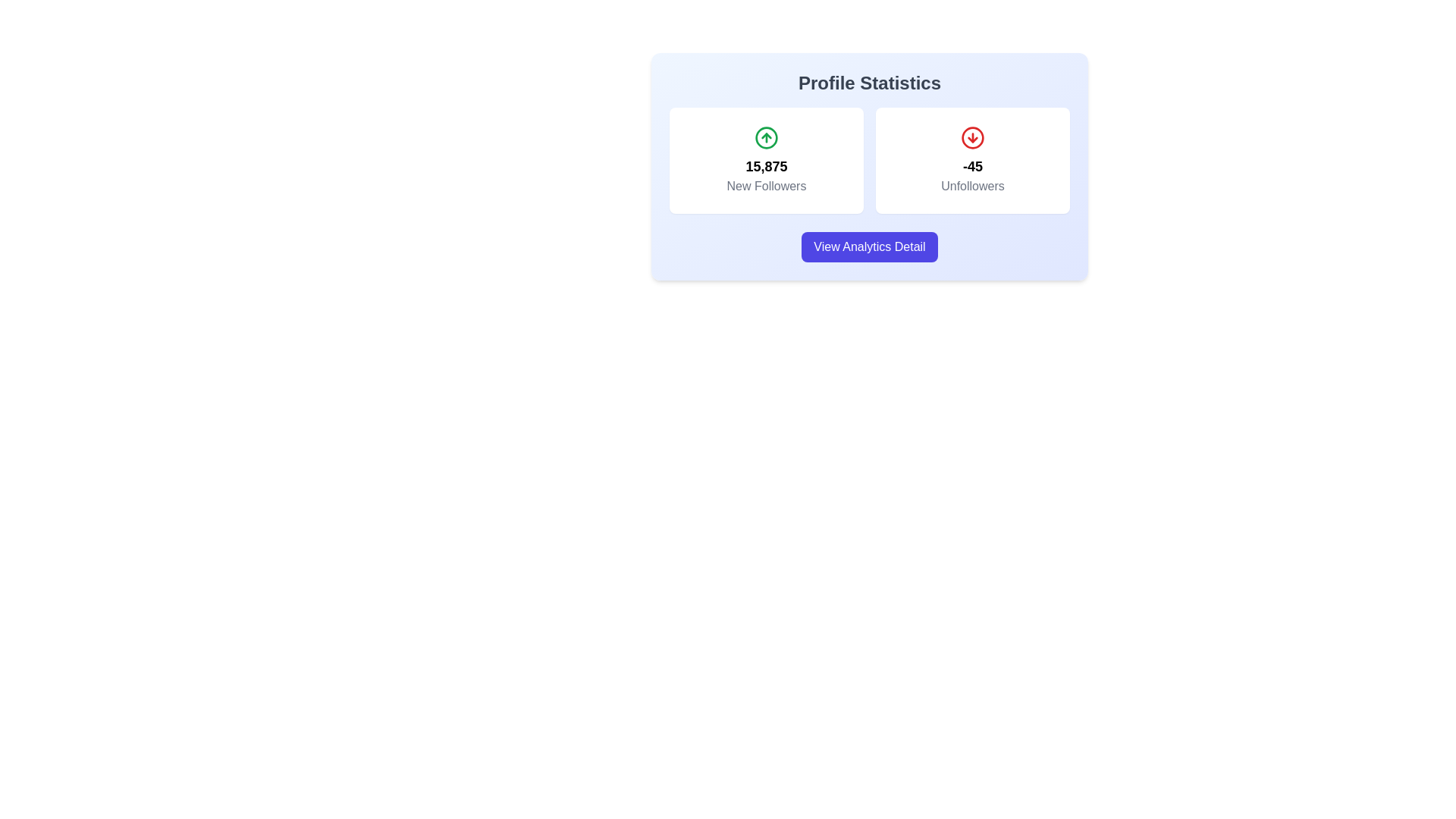 This screenshot has width=1456, height=819. I want to click on text content of the heading for the profile analytics section, which is centrally located at the top of the card containing follower metrics and analytics details, so click(870, 83).